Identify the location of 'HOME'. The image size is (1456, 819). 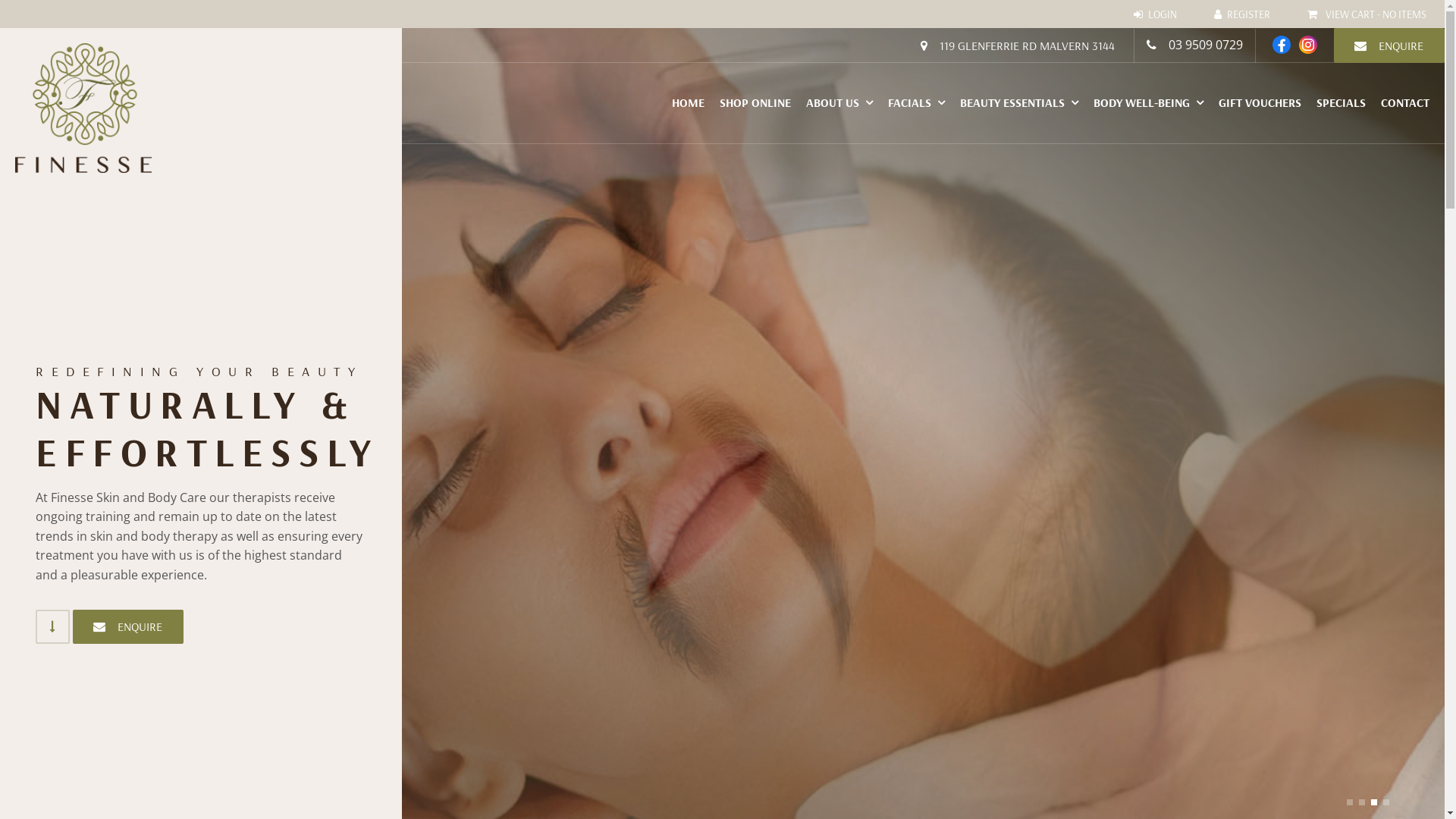
(687, 102).